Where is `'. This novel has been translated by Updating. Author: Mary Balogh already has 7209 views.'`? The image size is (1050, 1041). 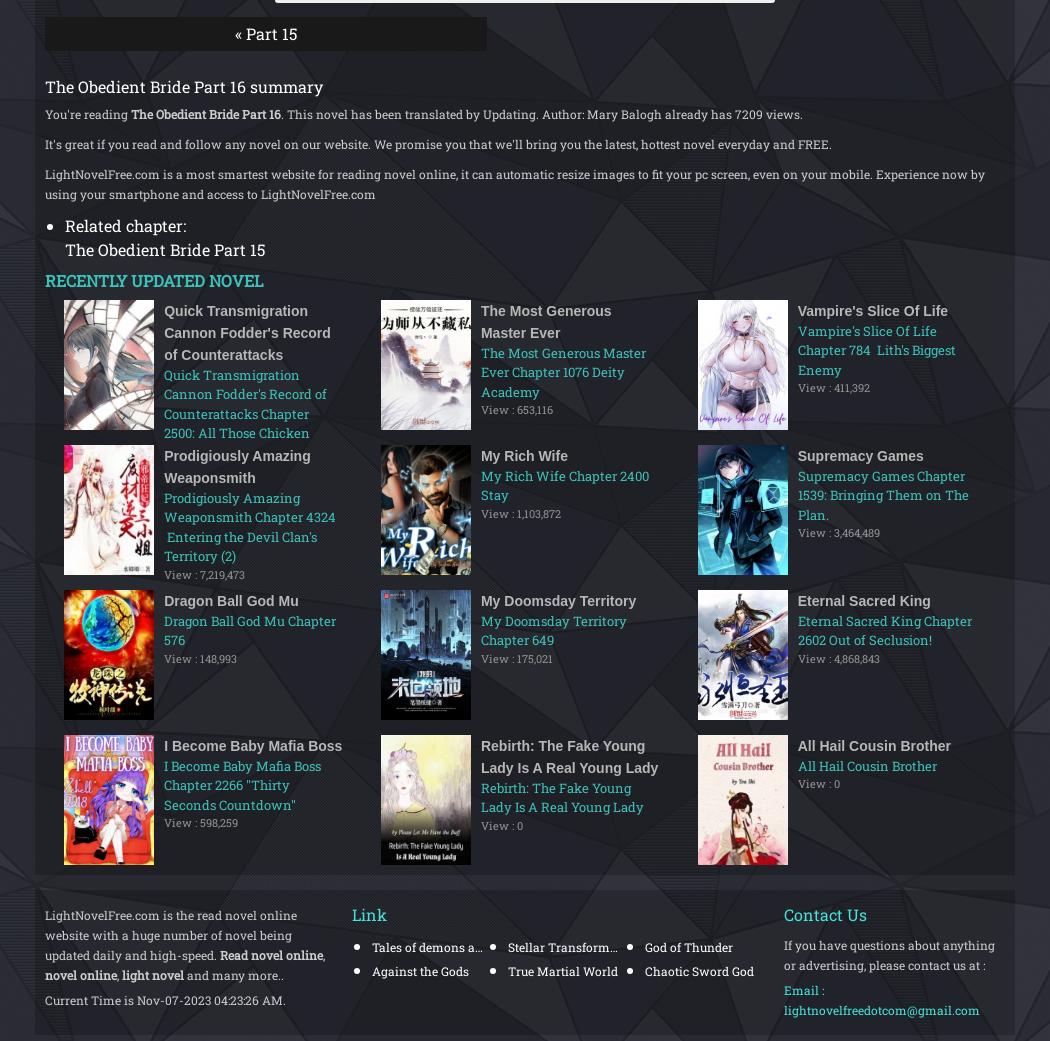
'. This novel has been translated by Updating. Author: Mary Balogh already has 7209 views.' is located at coordinates (542, 112).